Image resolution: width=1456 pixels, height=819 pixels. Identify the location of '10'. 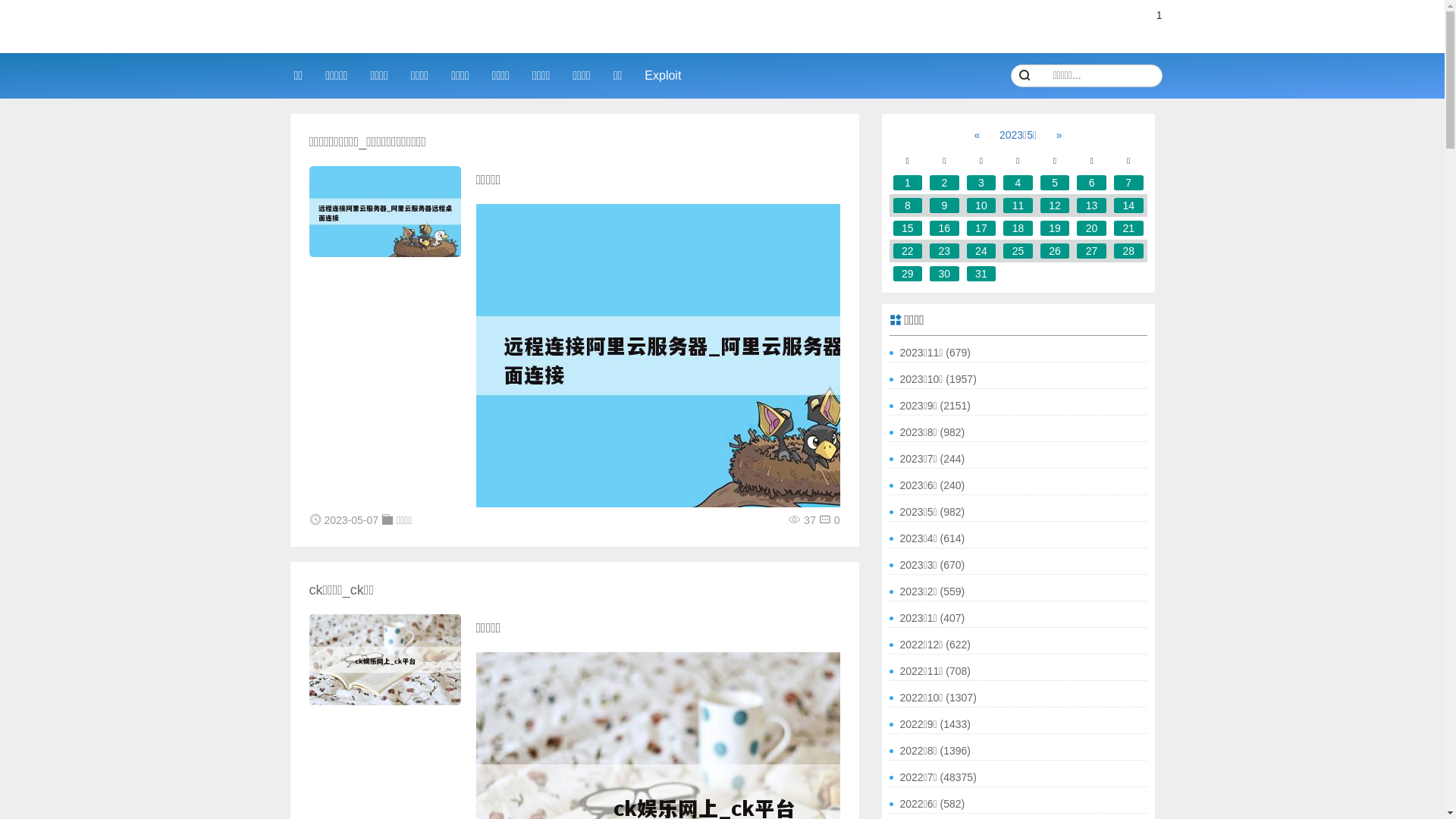
(981, 205).